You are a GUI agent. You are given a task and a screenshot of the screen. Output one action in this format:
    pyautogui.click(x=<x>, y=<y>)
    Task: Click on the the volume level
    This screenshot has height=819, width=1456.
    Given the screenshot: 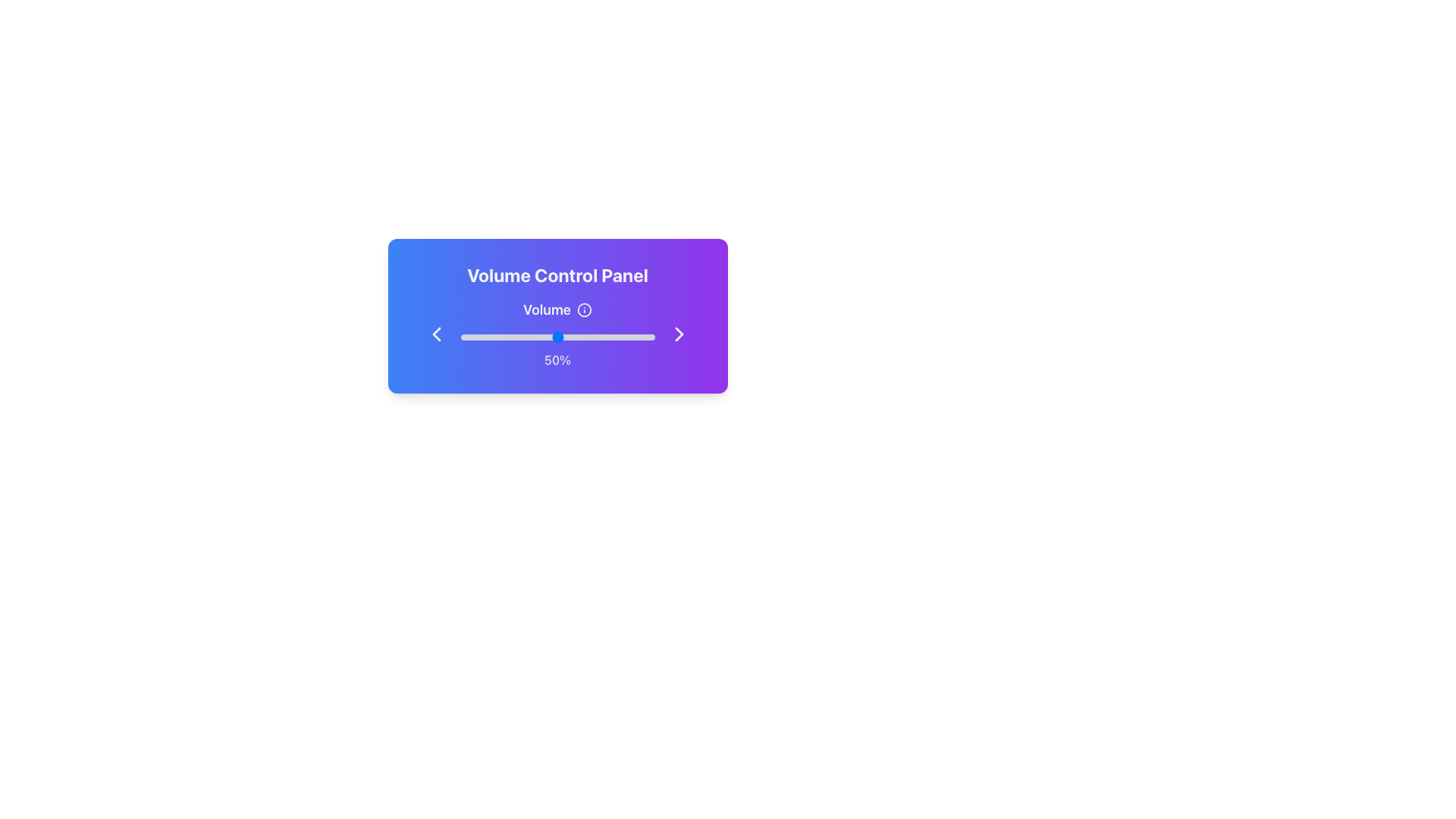 What is the action you would take?
    pyautogui.click(x=566, y=336)
    